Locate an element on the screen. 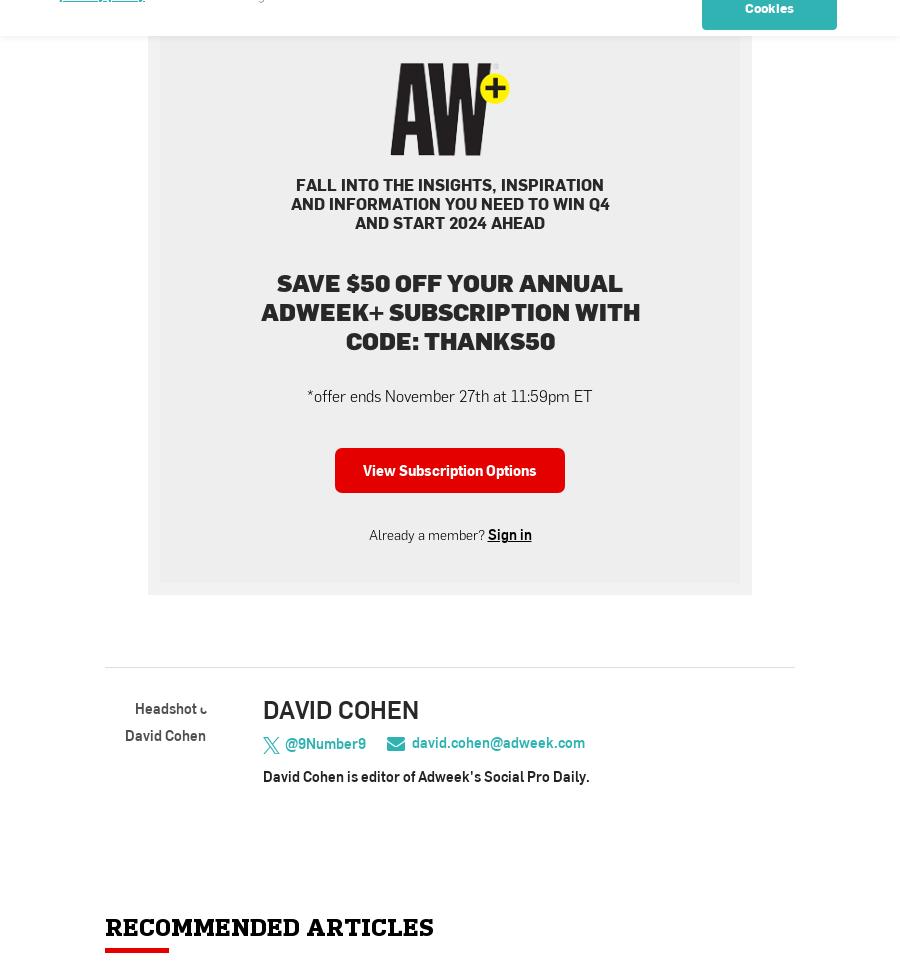 The image size is (900, 964). 'Already a member?' is located at coordinates (368, 535).